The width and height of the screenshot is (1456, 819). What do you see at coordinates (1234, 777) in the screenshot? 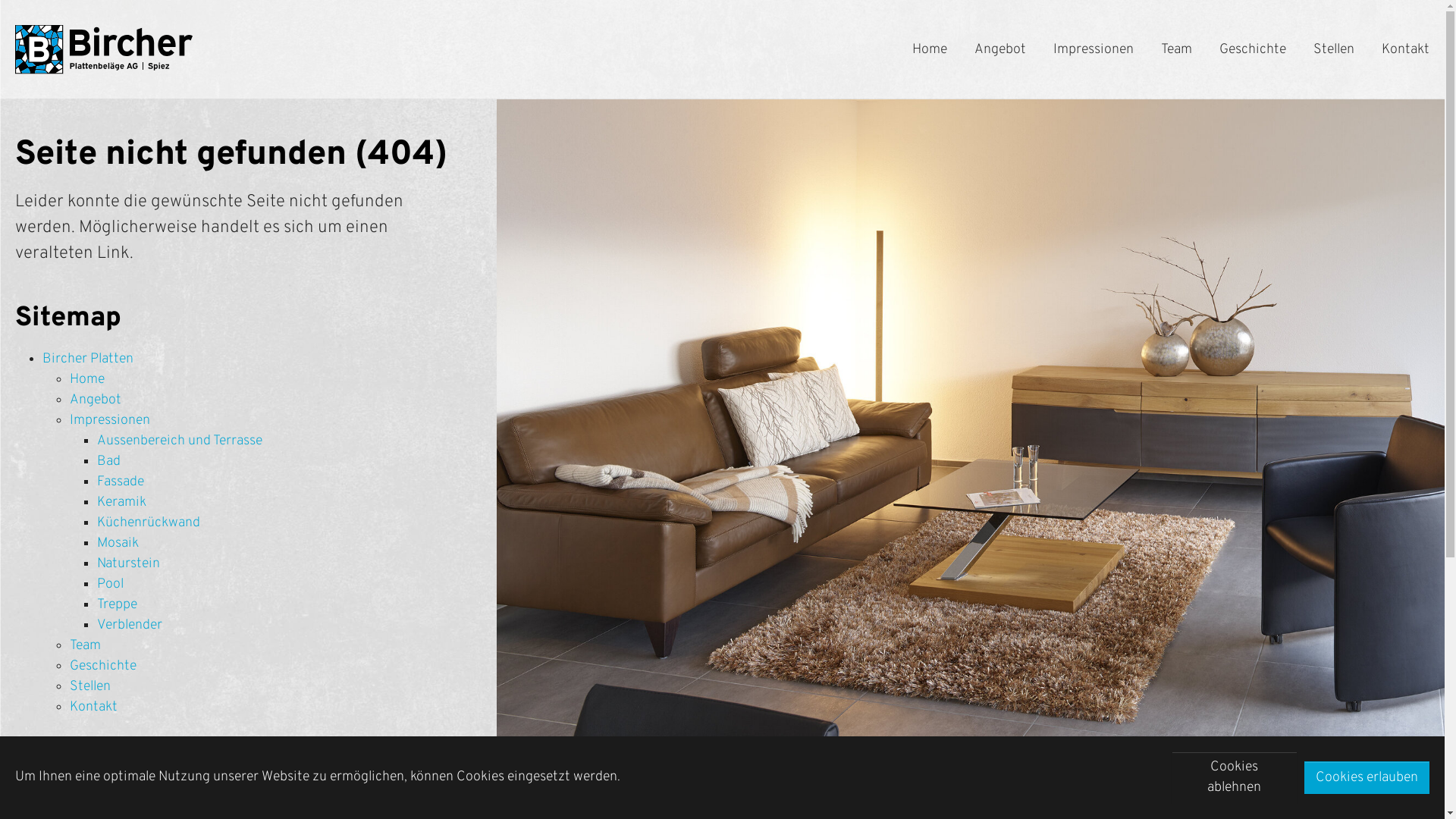
I see `'Cookies ablehnen'` at bounding box center [1234, 777].